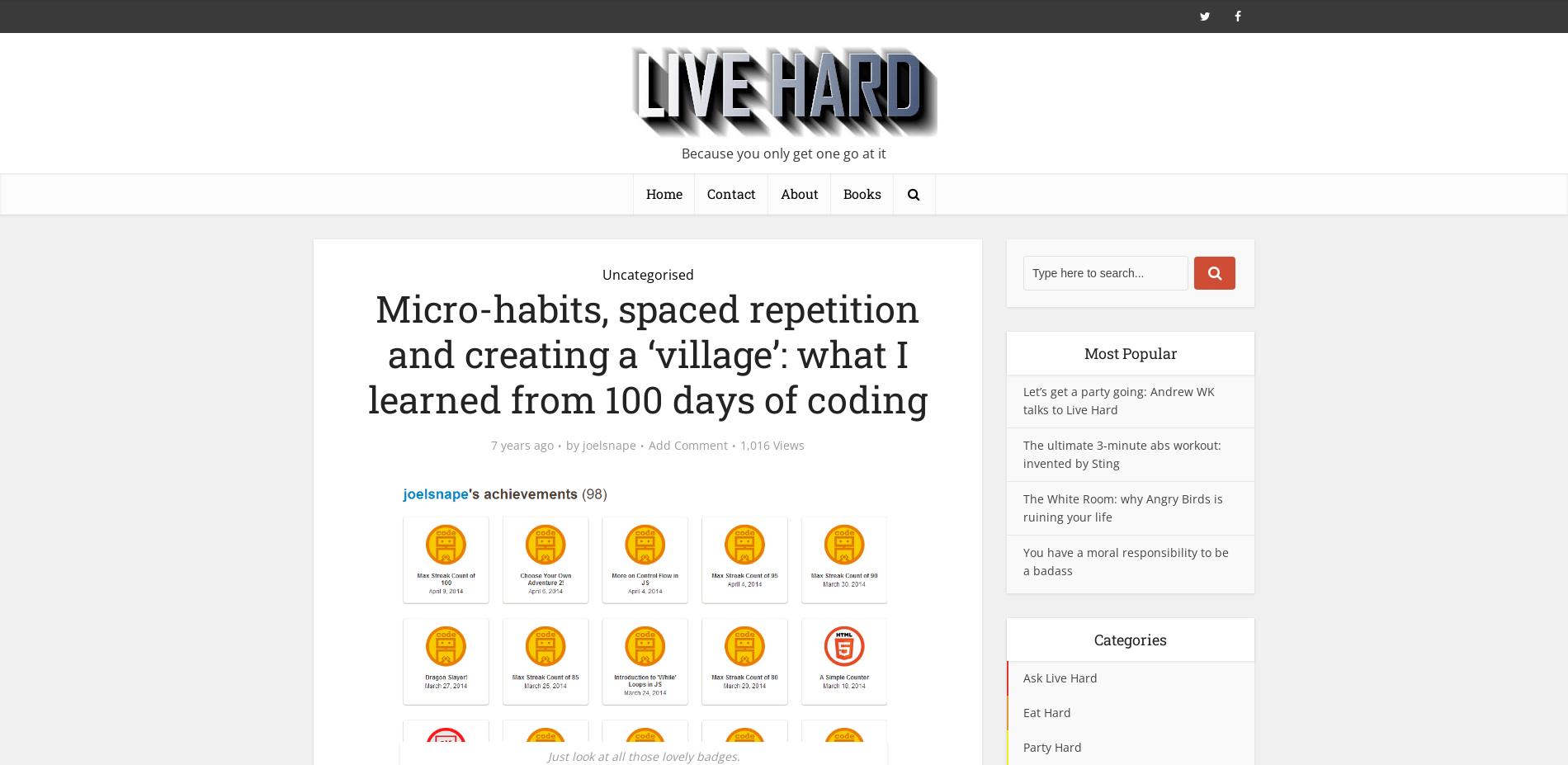 This screenshot has height=765, width=1568. Describe the element at coordinates (1118, 400) in the screenshot. I see `'Let’s get a party going: Andrew WK talks to Live Hard'` at that location.